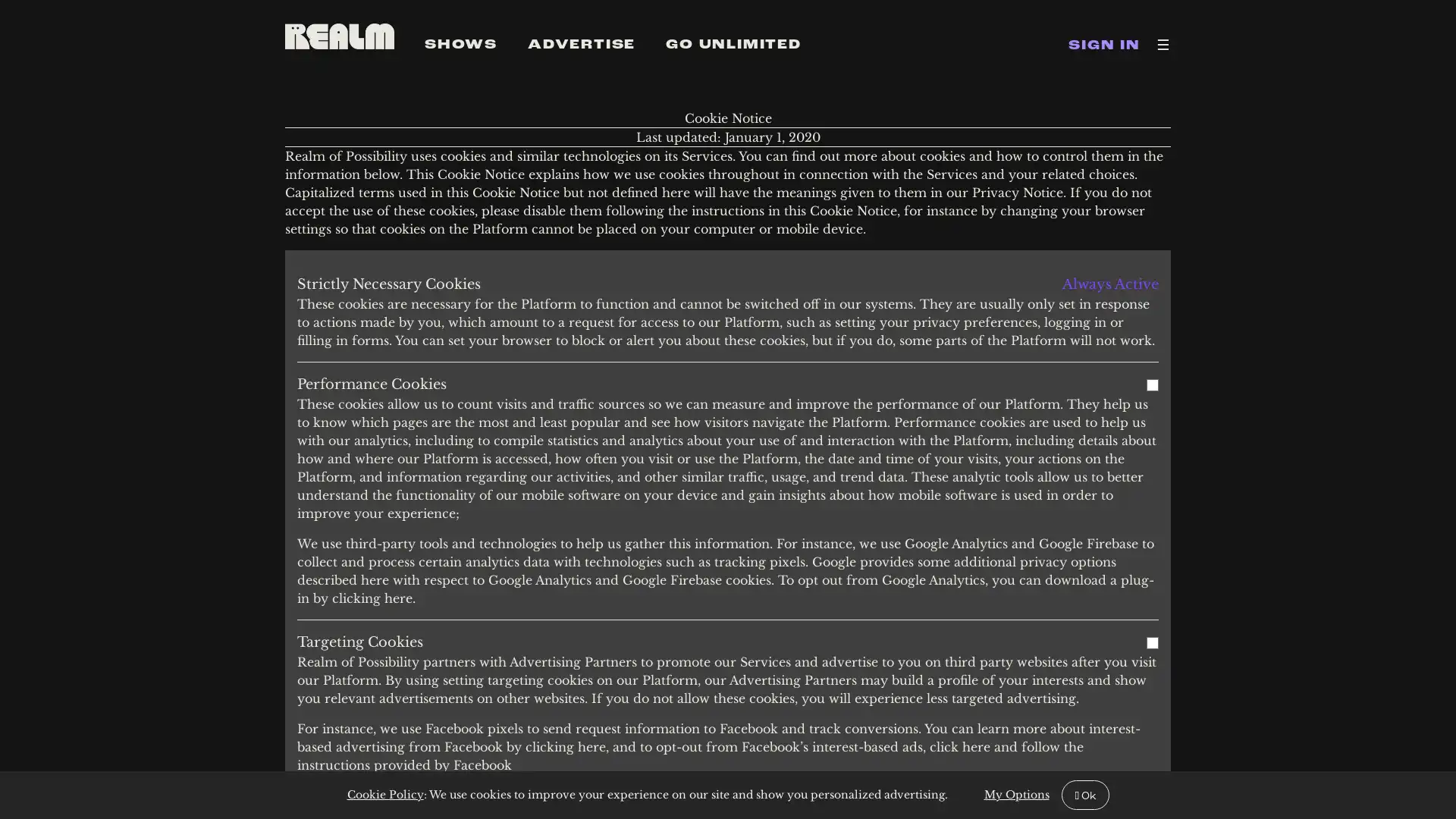  What do you see at coordinates (1163, 43) in the screenshot?
I see `Open menu` at bounding box center [1163, 43].